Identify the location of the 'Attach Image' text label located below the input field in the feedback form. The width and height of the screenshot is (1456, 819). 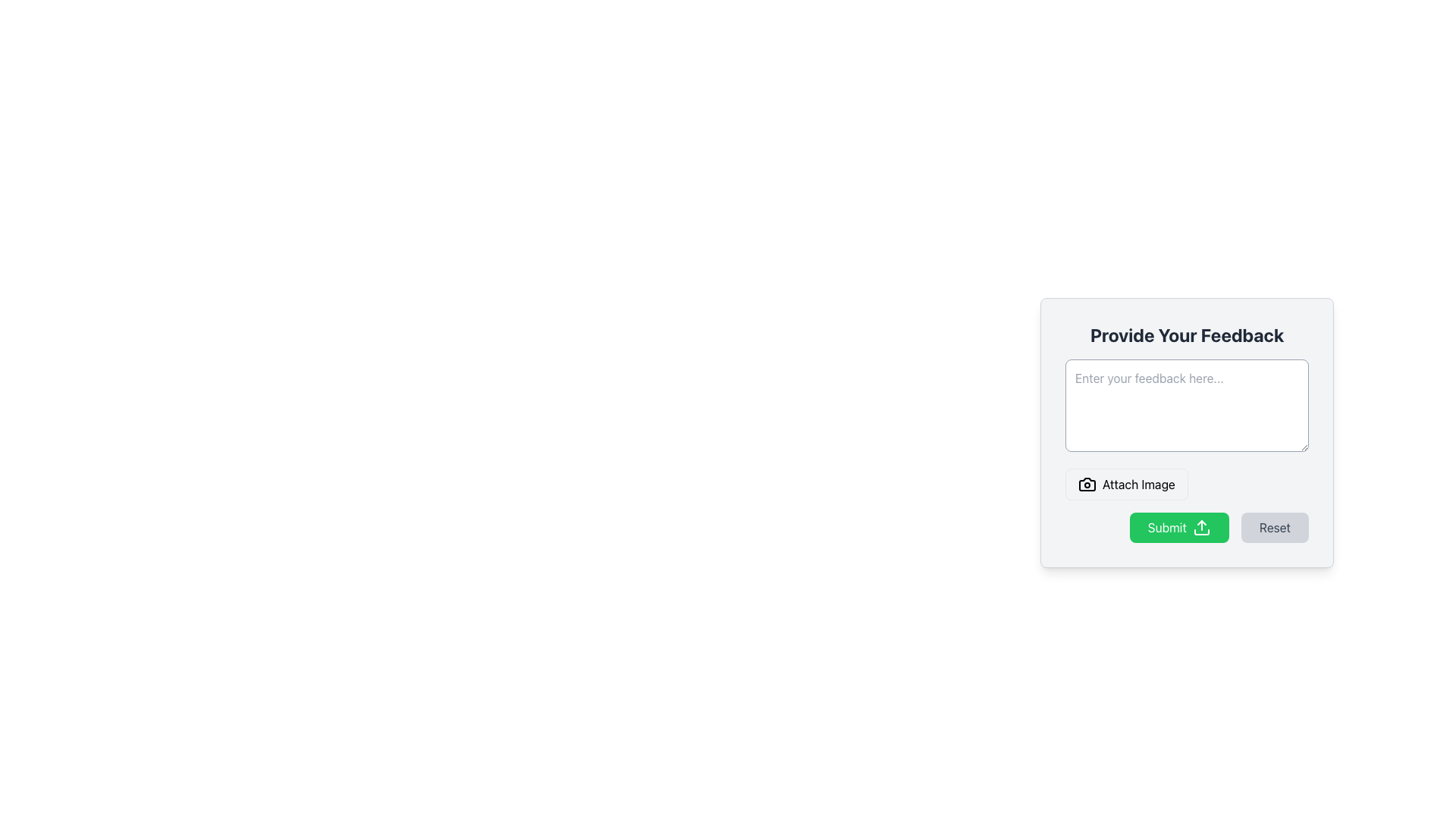
(1138, 485).